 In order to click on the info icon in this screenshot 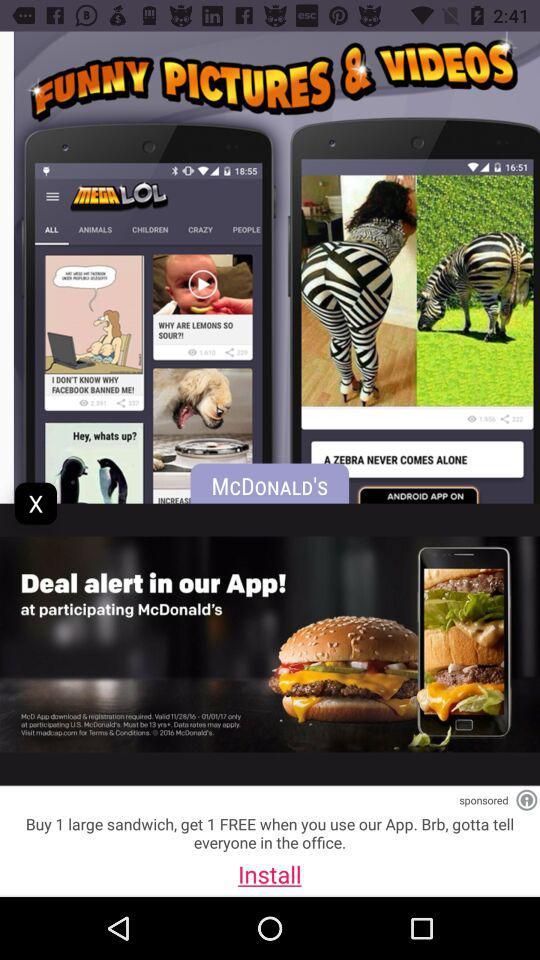, I will do `click(526, 800)`.